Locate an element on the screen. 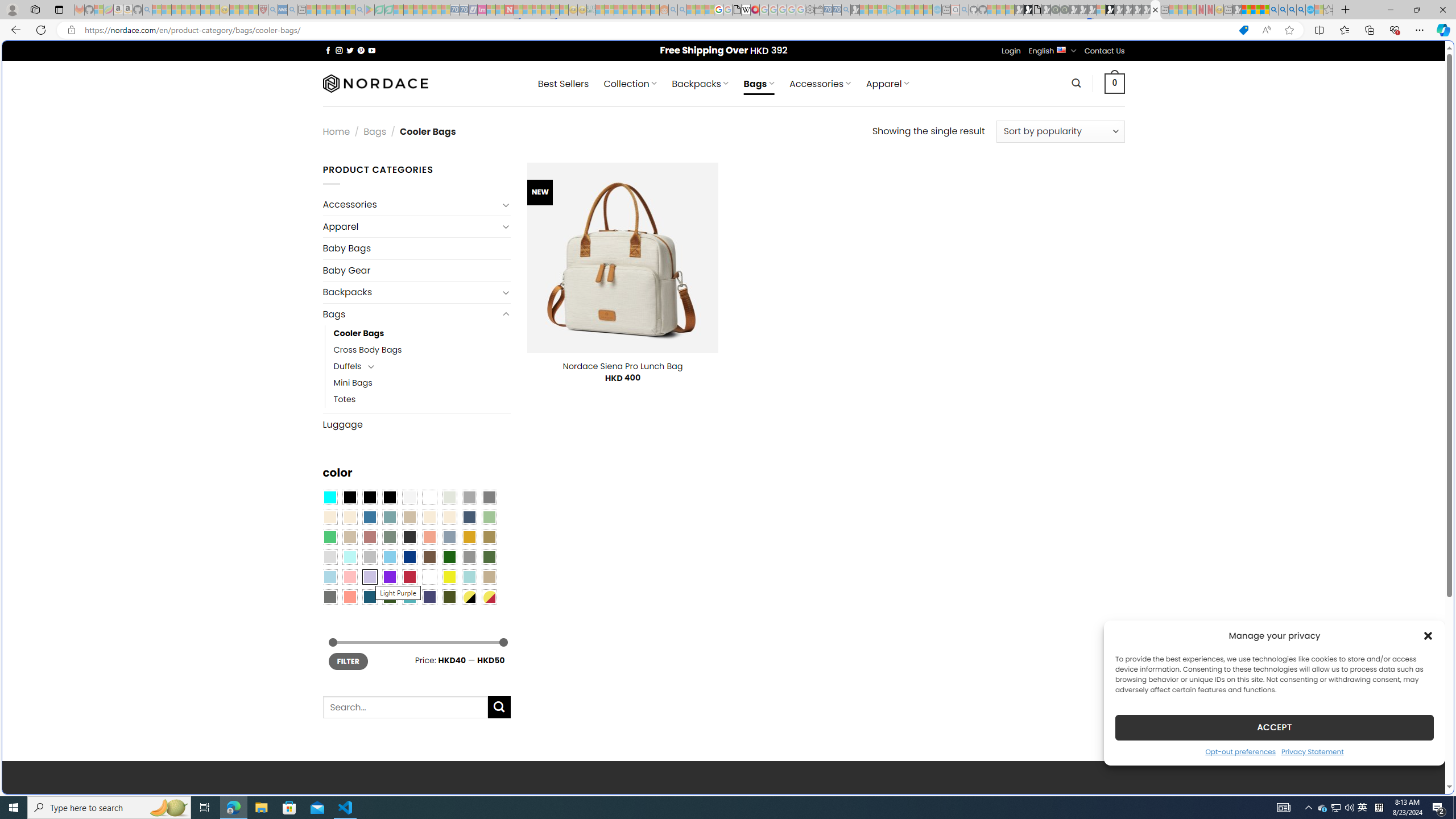 Image resolution: width=1456 pixels, height=819 pixels. 'Bluey: Let' is located at coordinates (369, 9).